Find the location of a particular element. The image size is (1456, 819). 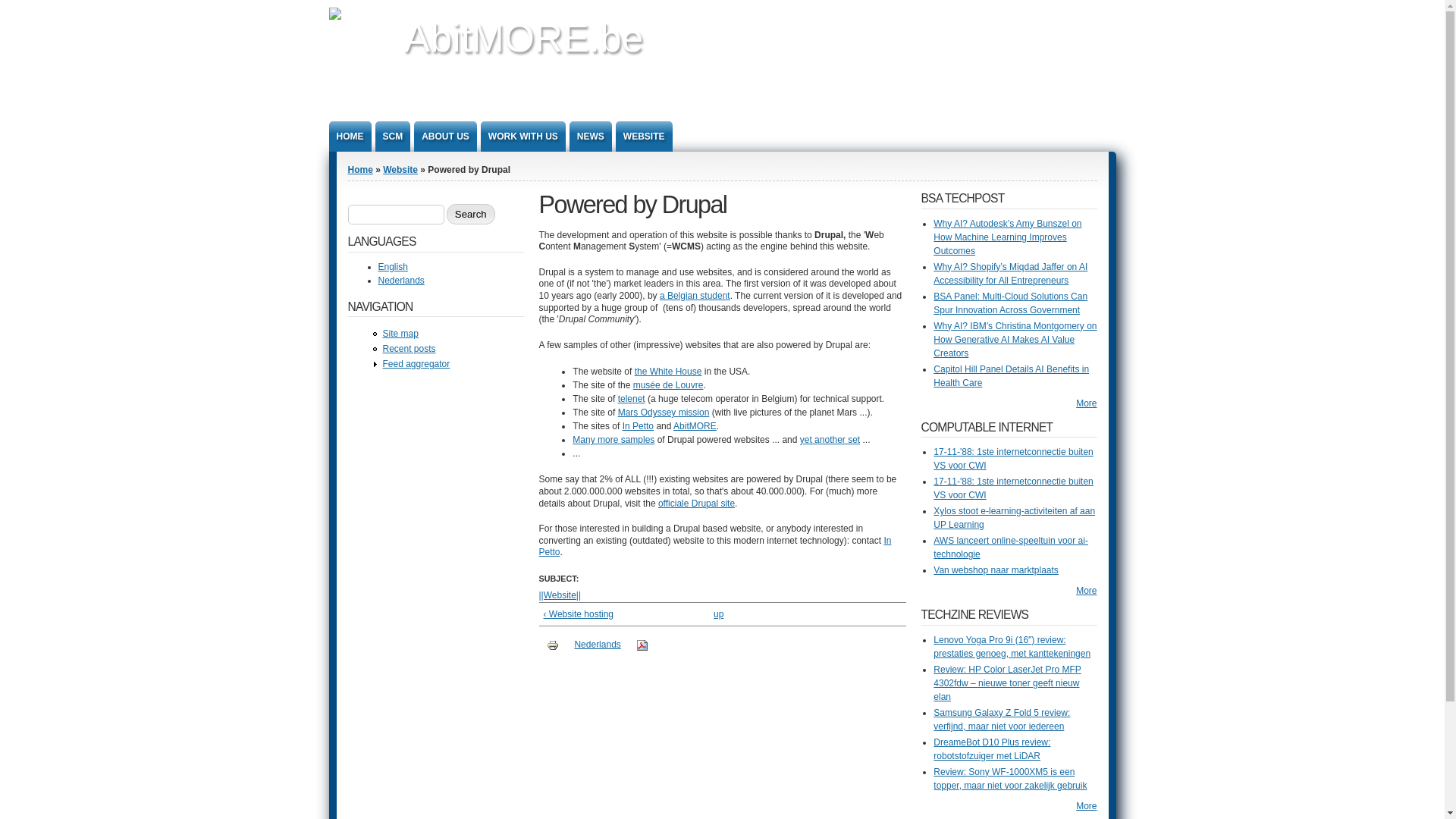

'AbitMORE.be' is located at coordinates (523, 37).